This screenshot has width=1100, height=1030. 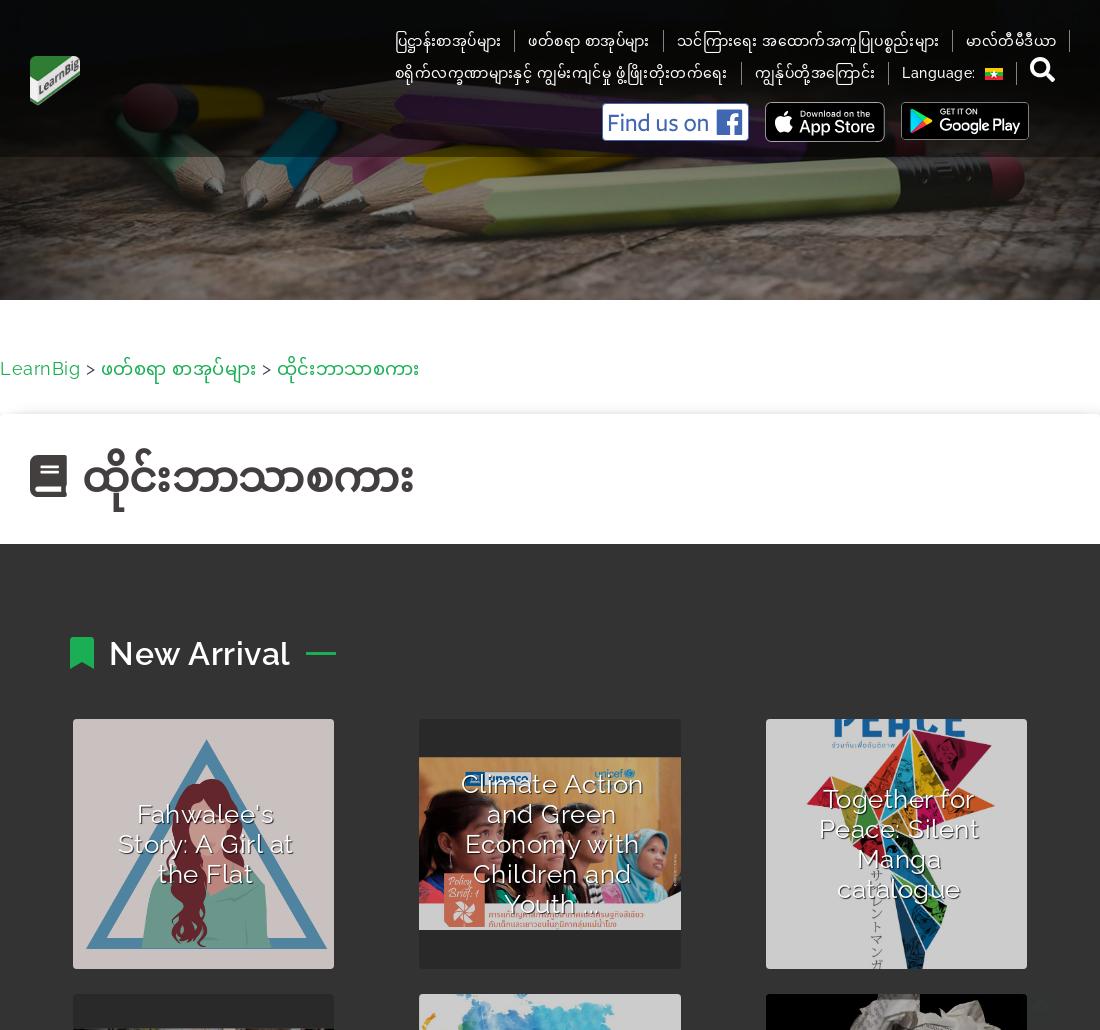 I want to click on 'Climate Action and Green Economy with Children and Youth ...', so click(x=550, y=841).